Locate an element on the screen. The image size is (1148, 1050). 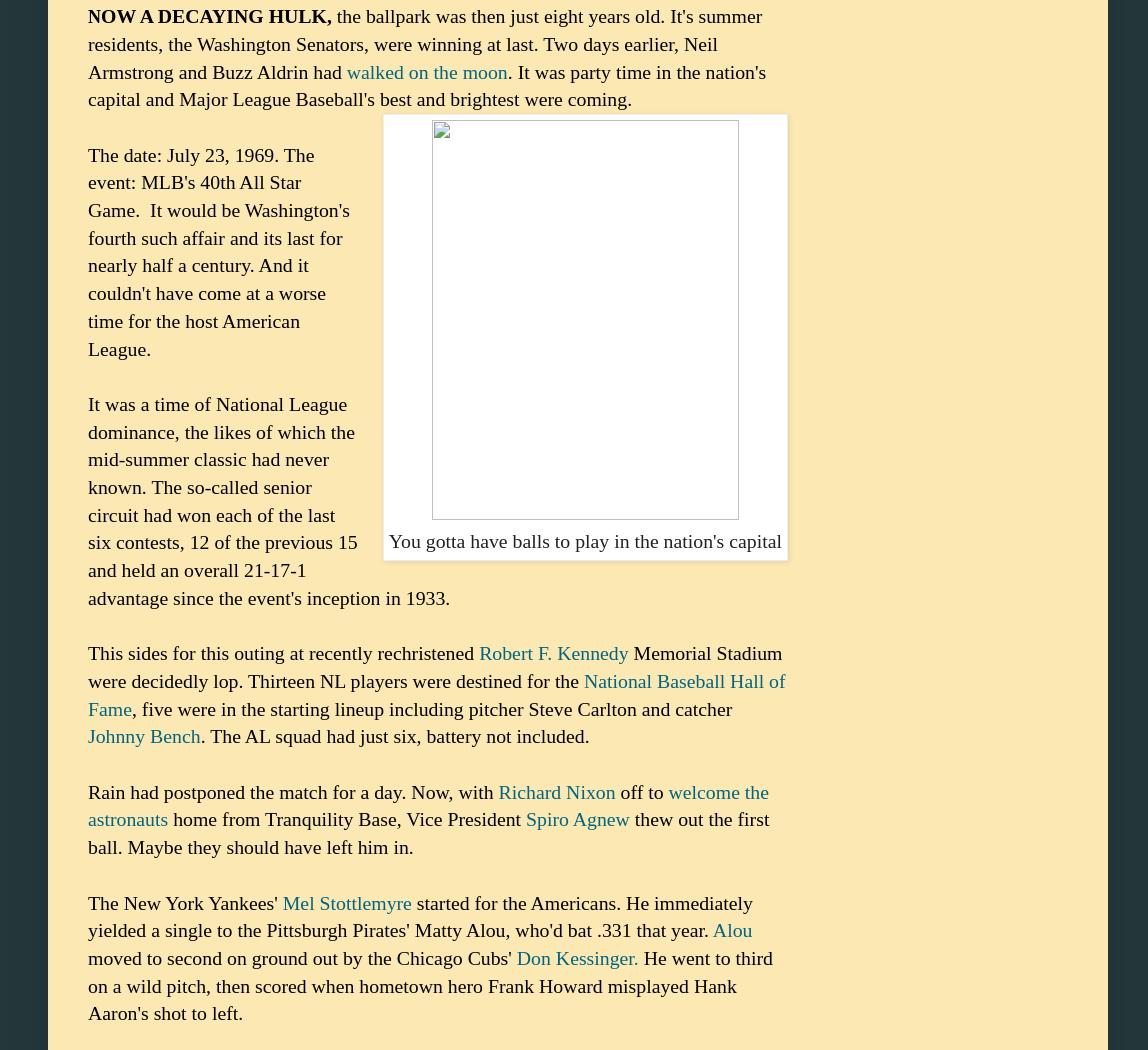
'Don Kessinger.' is located at coordinates (576, 957).